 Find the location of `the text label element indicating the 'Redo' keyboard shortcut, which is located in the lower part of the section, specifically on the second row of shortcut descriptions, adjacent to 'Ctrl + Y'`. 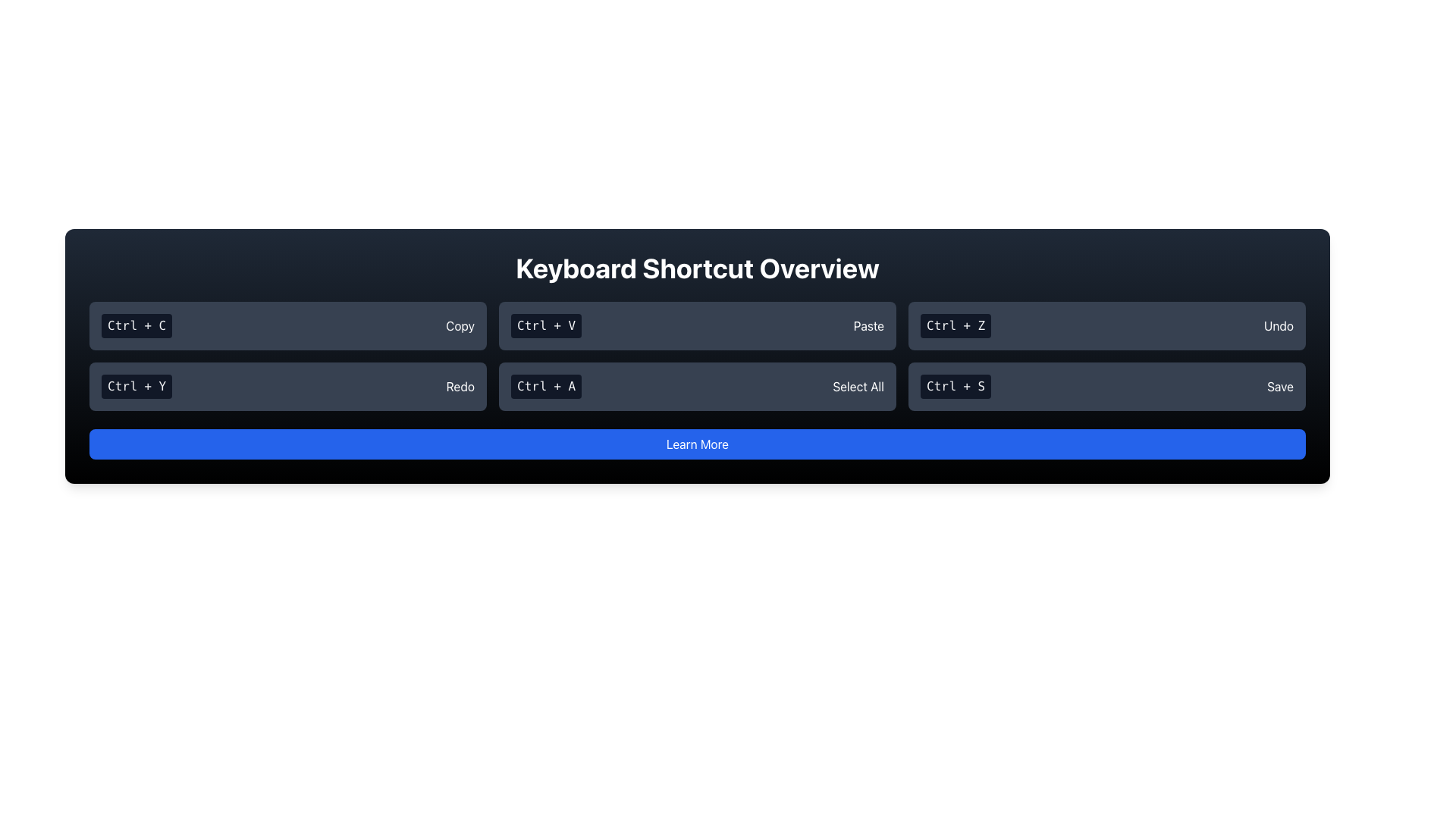

the text label element indicating the 'Redo' keyboard shortcut, which is located in the lower part of the section, specifically on the second row of shortcut descriptions, adjacent to 'Ctrl + Y' is located at coordinates (460, 385).